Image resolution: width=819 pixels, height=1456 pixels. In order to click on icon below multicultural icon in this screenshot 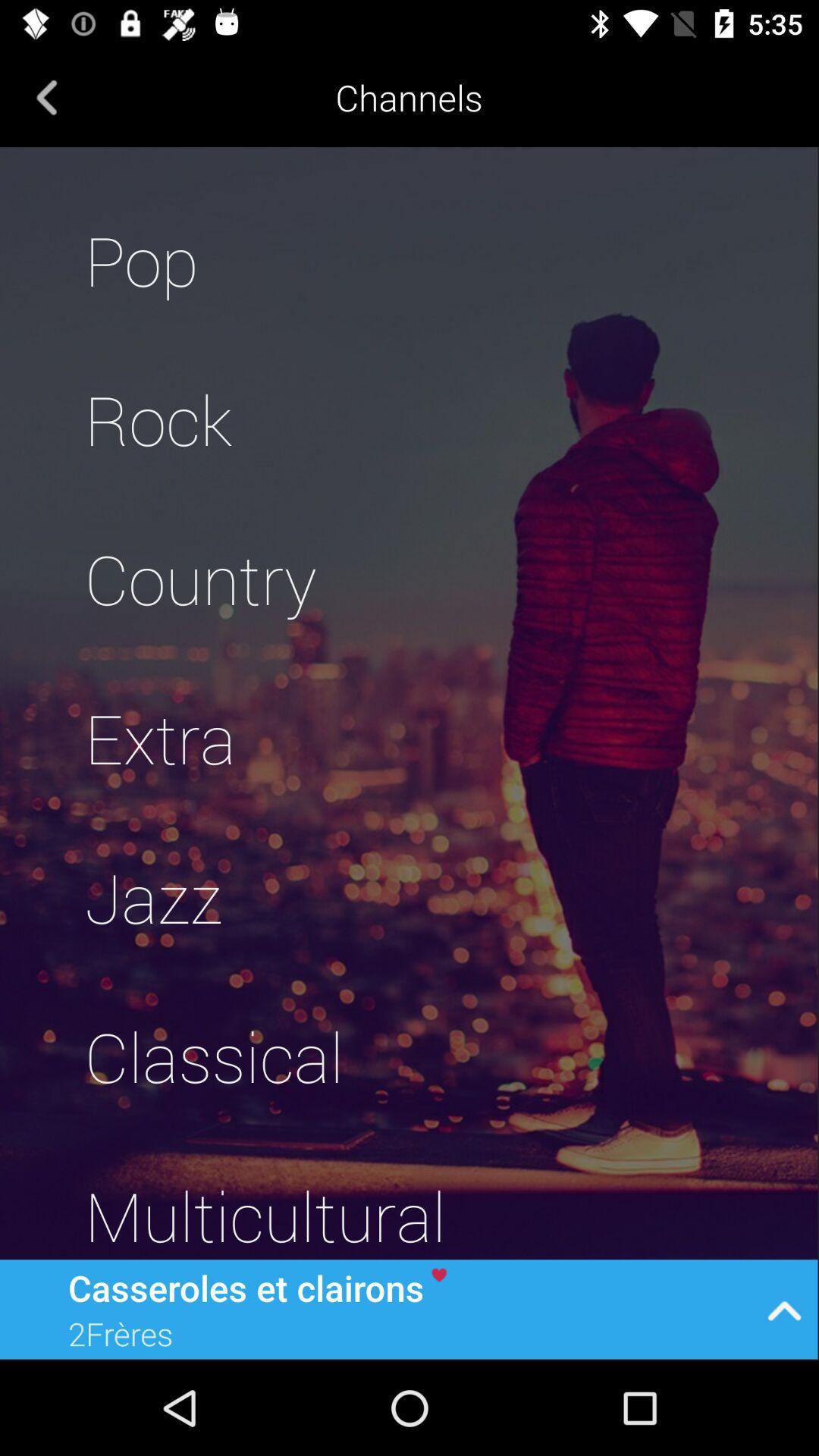, I will do `click(784, 1308)`.